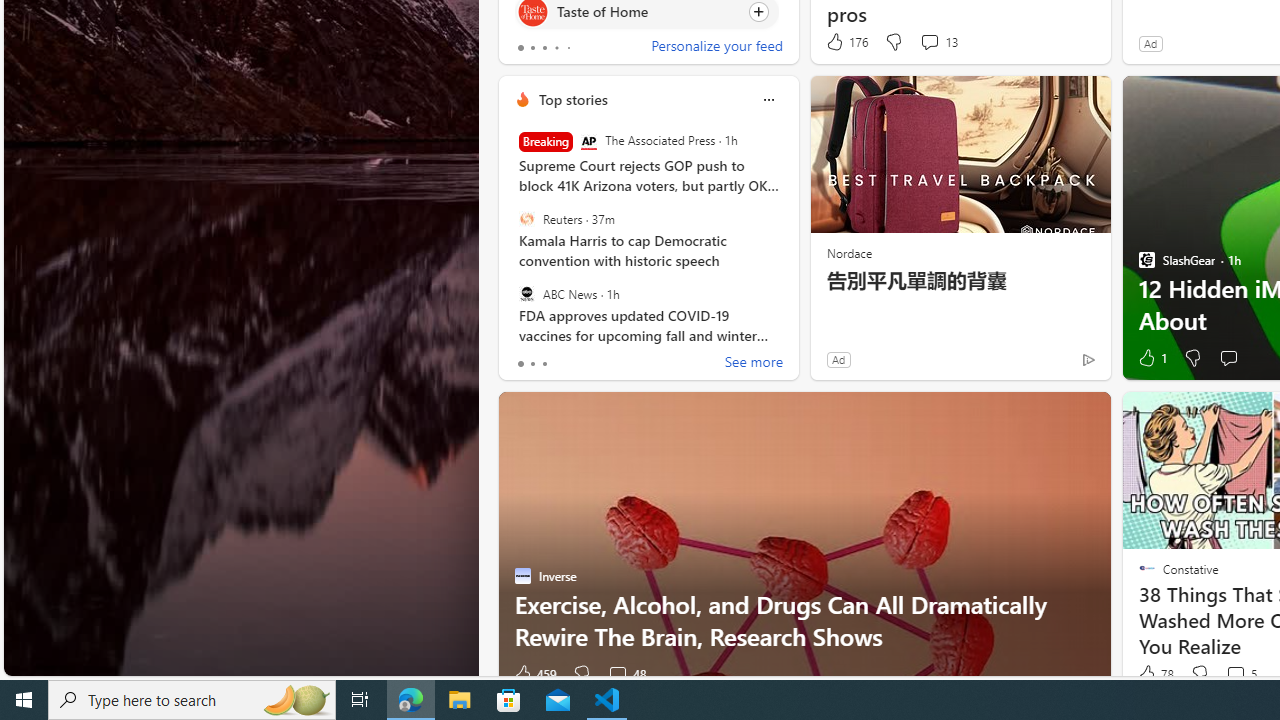 The height and width of the screenshot is (720, 1280). What do you see at coordinates (716, 46) in the screenshot?
I see `'Personalize your feed'` at bounding box center [716, 46].